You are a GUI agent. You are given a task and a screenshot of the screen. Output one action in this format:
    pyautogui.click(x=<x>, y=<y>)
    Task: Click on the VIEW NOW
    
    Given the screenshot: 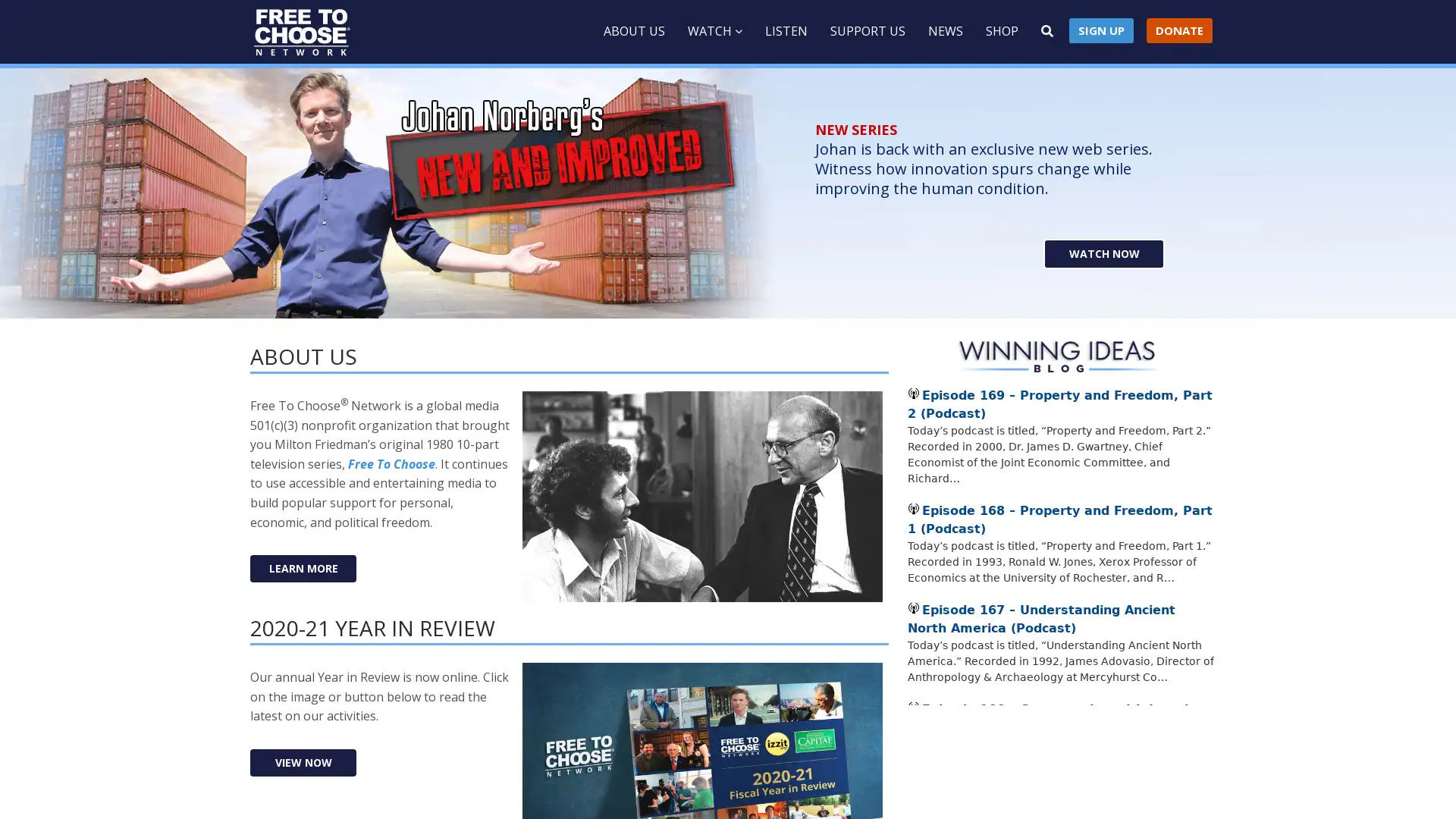 What is the action you would take?
    pyautogui.click(x=303, y=762)
    